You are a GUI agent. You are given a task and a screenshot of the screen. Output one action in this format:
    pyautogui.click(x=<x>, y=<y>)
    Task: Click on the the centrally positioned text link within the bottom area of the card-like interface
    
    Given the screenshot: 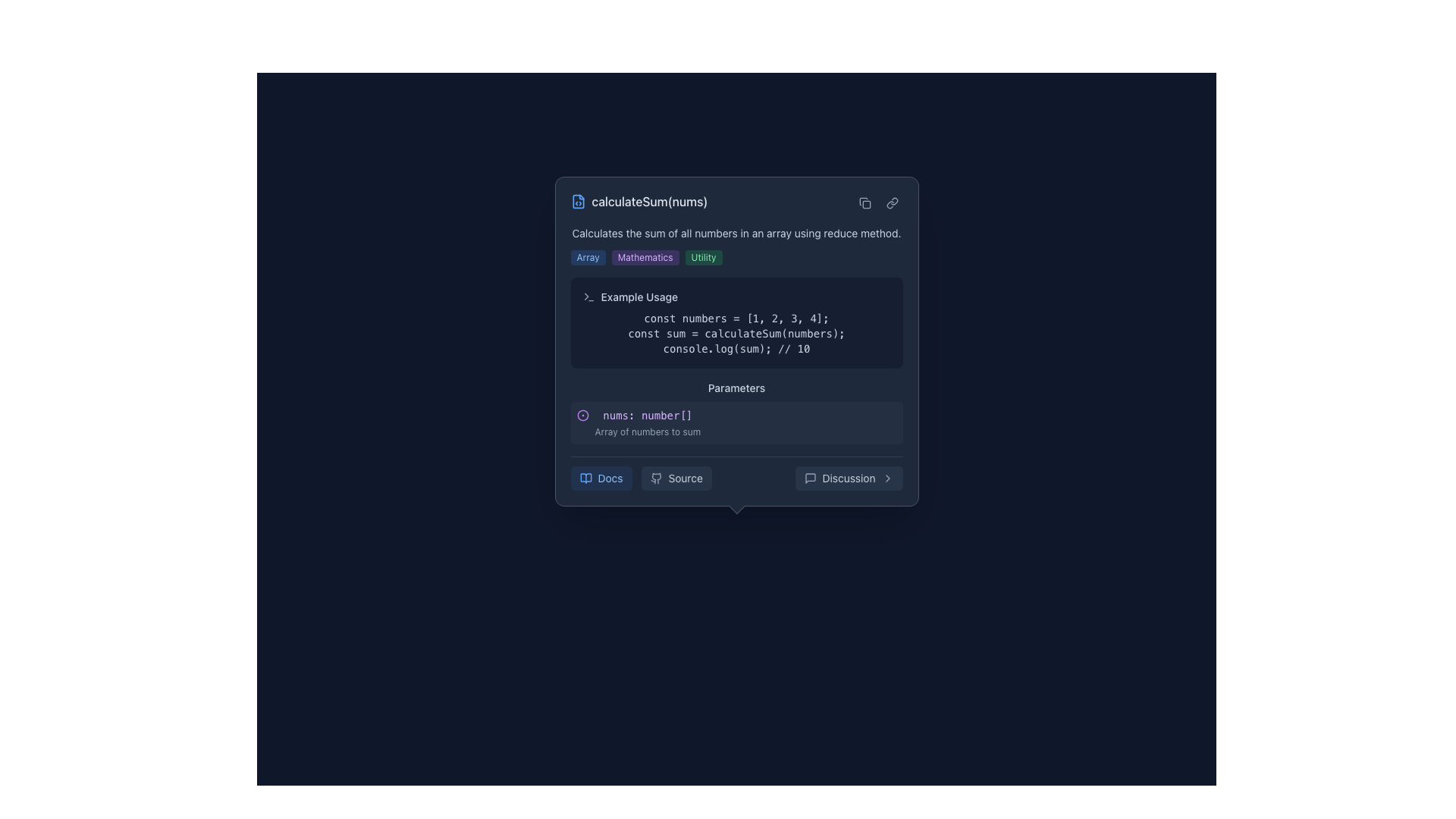 What is the action you would take?
    pyautogui.click(x=610, y=479)
    